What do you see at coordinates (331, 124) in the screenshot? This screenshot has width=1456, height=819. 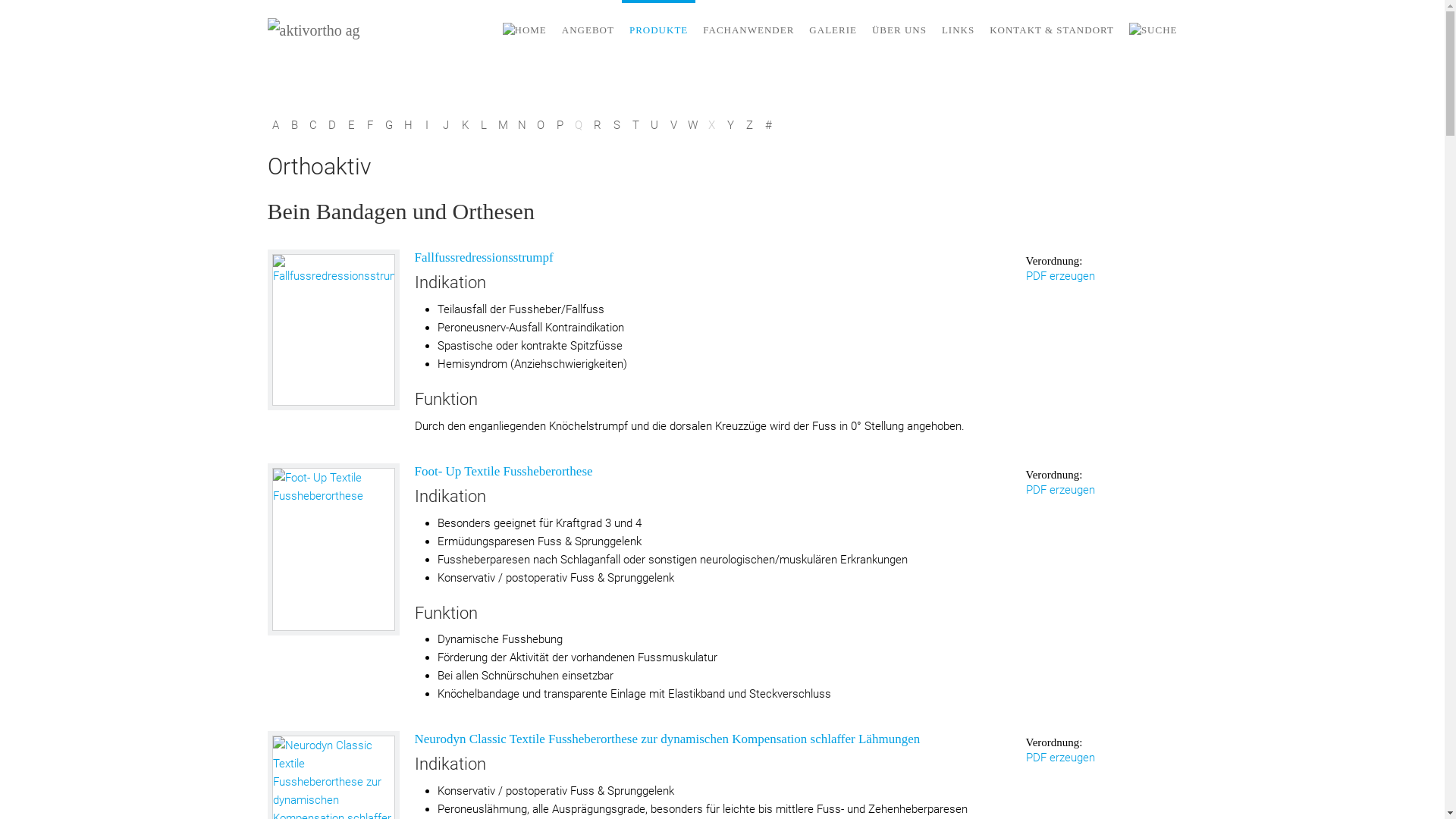 I see `'D'` at bounding box center [331, 124].